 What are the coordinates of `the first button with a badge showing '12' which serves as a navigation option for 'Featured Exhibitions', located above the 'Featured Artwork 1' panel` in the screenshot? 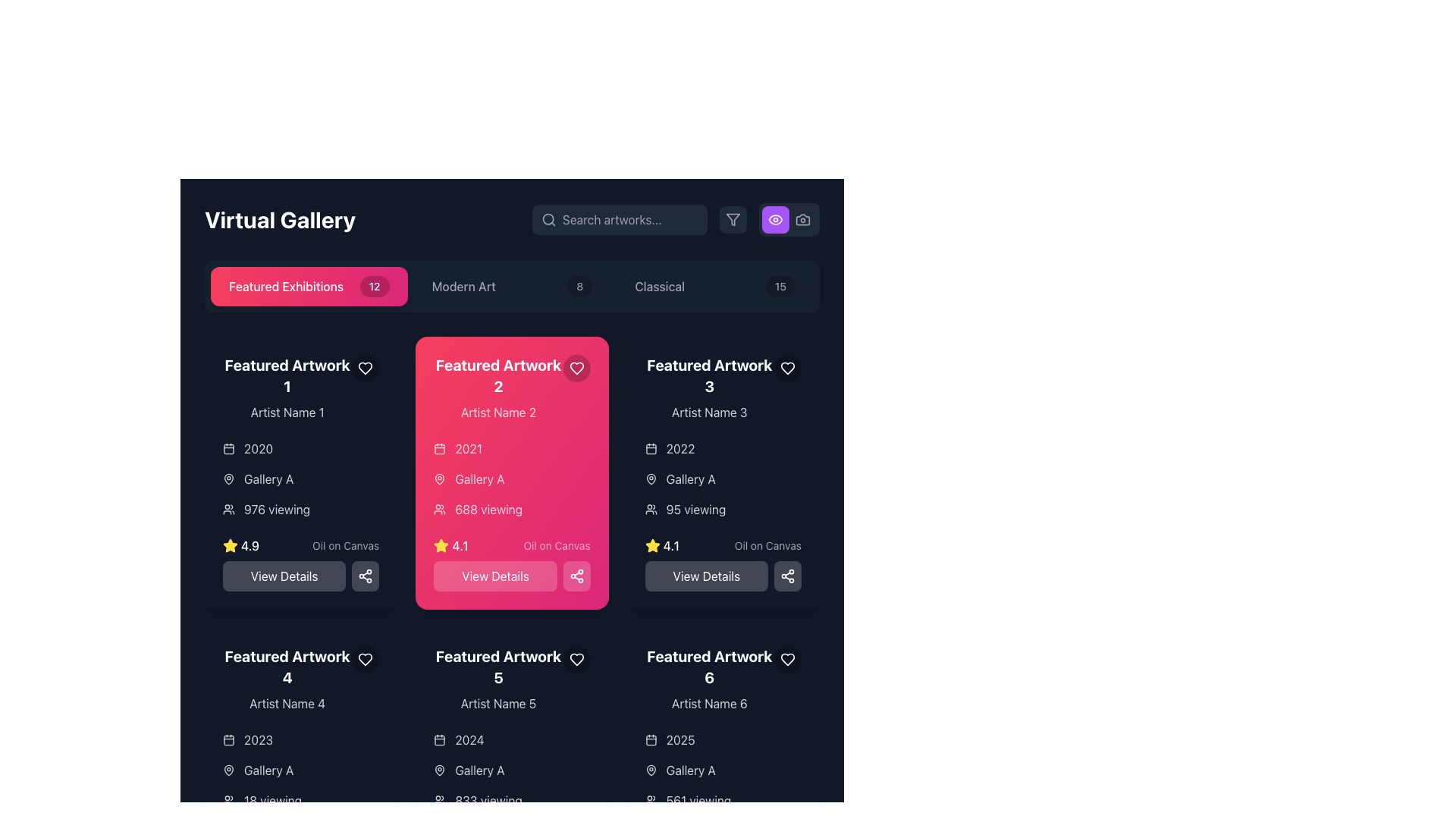 It's located at (308, 287).